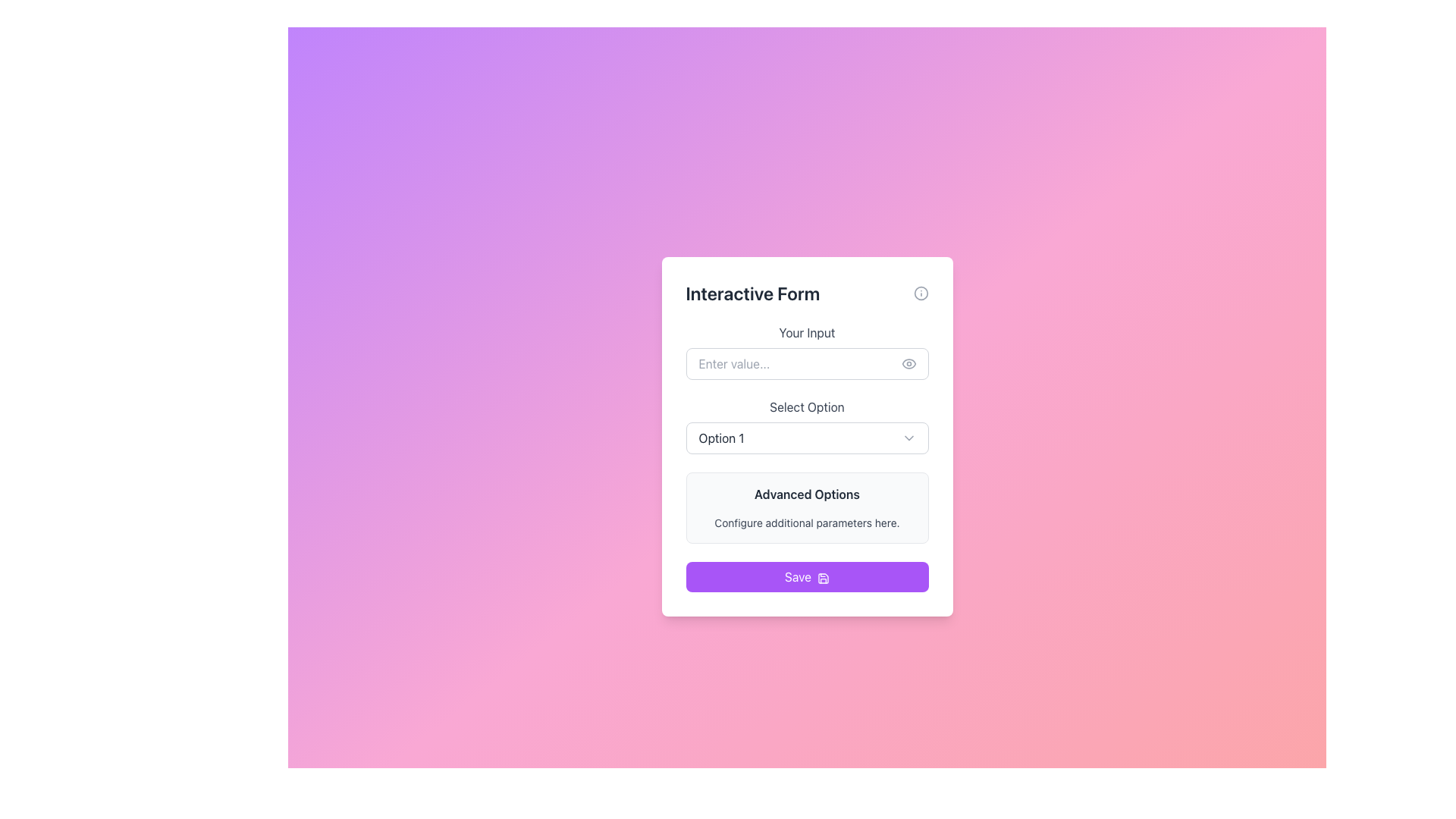 The height and width of the screenshot is (819, 1456). What do you see at coordinates (806, 293) in the screenshot?
I see `the 'Interactive Form' header text, which is styled in bold and large font and positioned at the top of the form` at bounding box center [806, 293].